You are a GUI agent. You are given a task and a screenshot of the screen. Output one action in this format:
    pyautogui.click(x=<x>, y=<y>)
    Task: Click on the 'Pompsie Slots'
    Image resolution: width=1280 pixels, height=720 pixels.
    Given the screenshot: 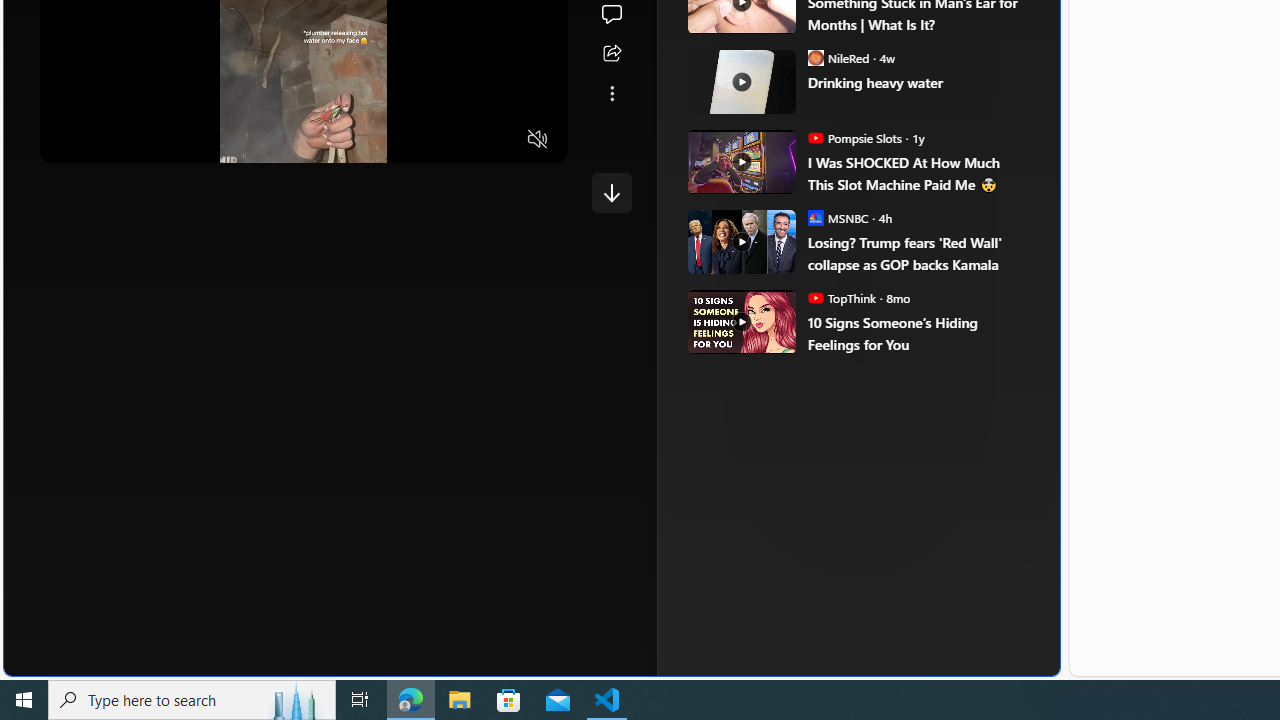 What is the action you would take?
    pyautogui.click(x=816, y=137)
    